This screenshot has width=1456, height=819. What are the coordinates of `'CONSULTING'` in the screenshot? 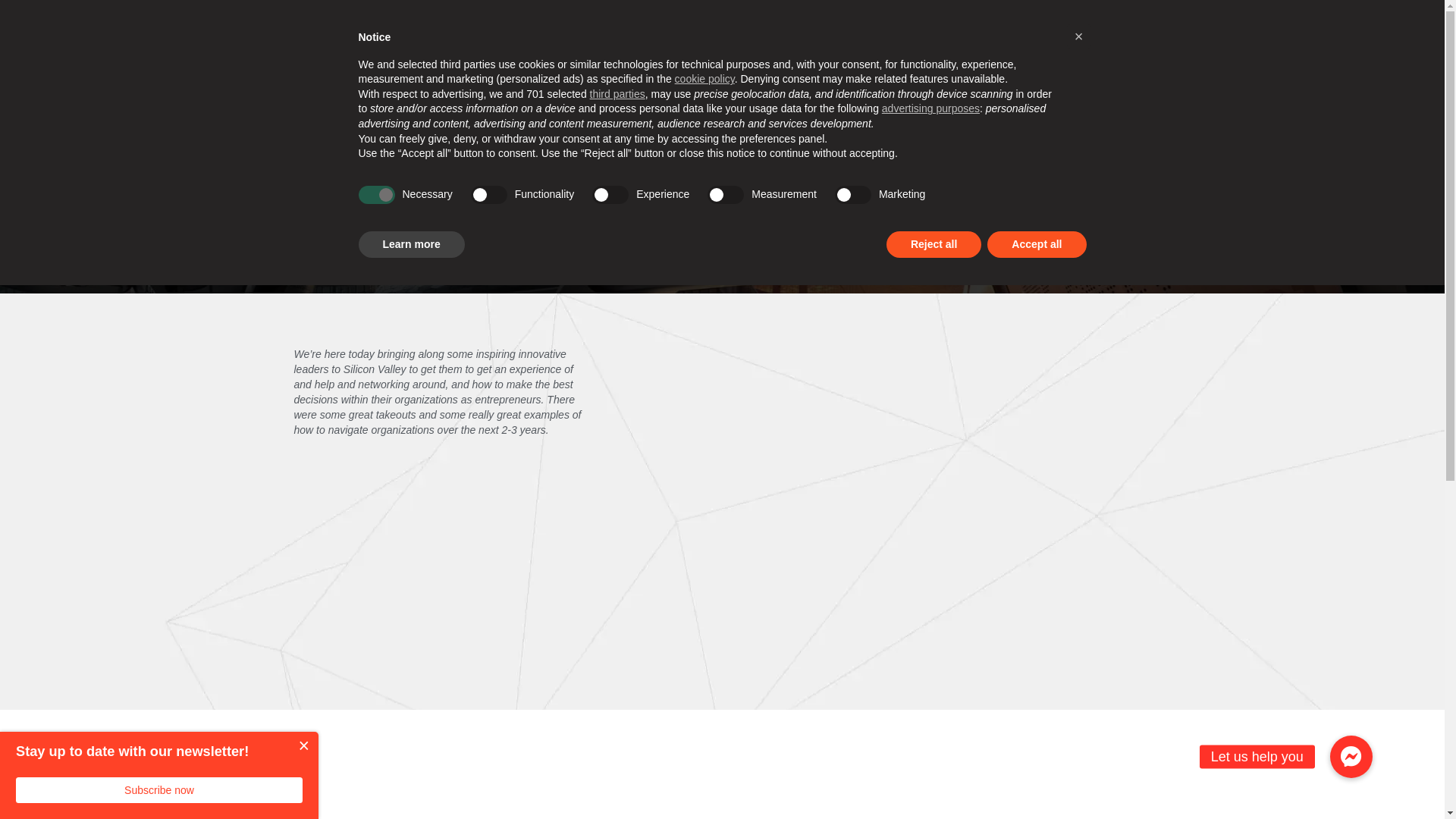 It's located at (632, 87).